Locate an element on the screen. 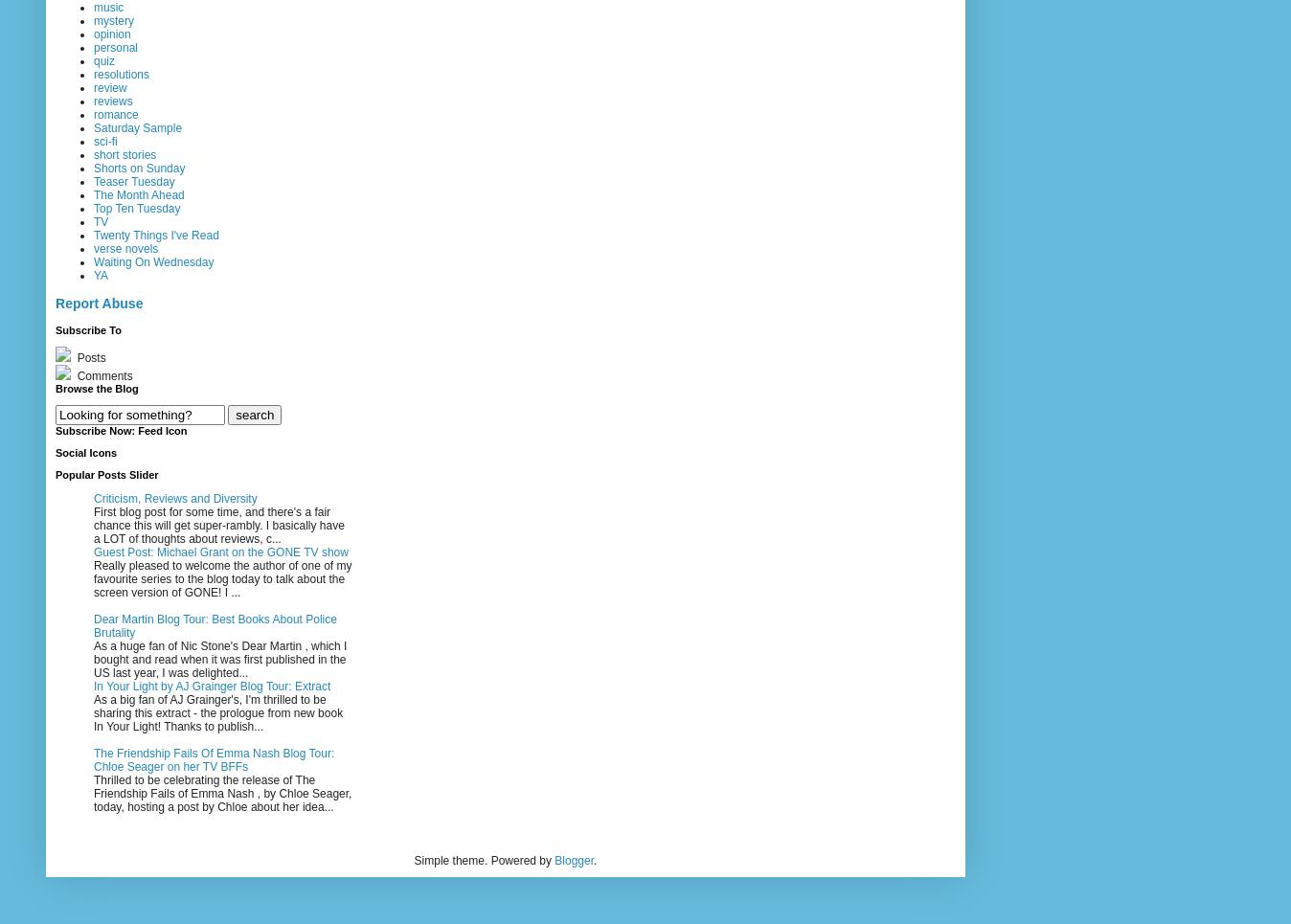 This screenshot has height=924, width=1291. 'Social Icons' is located at coordinates (85, 452).